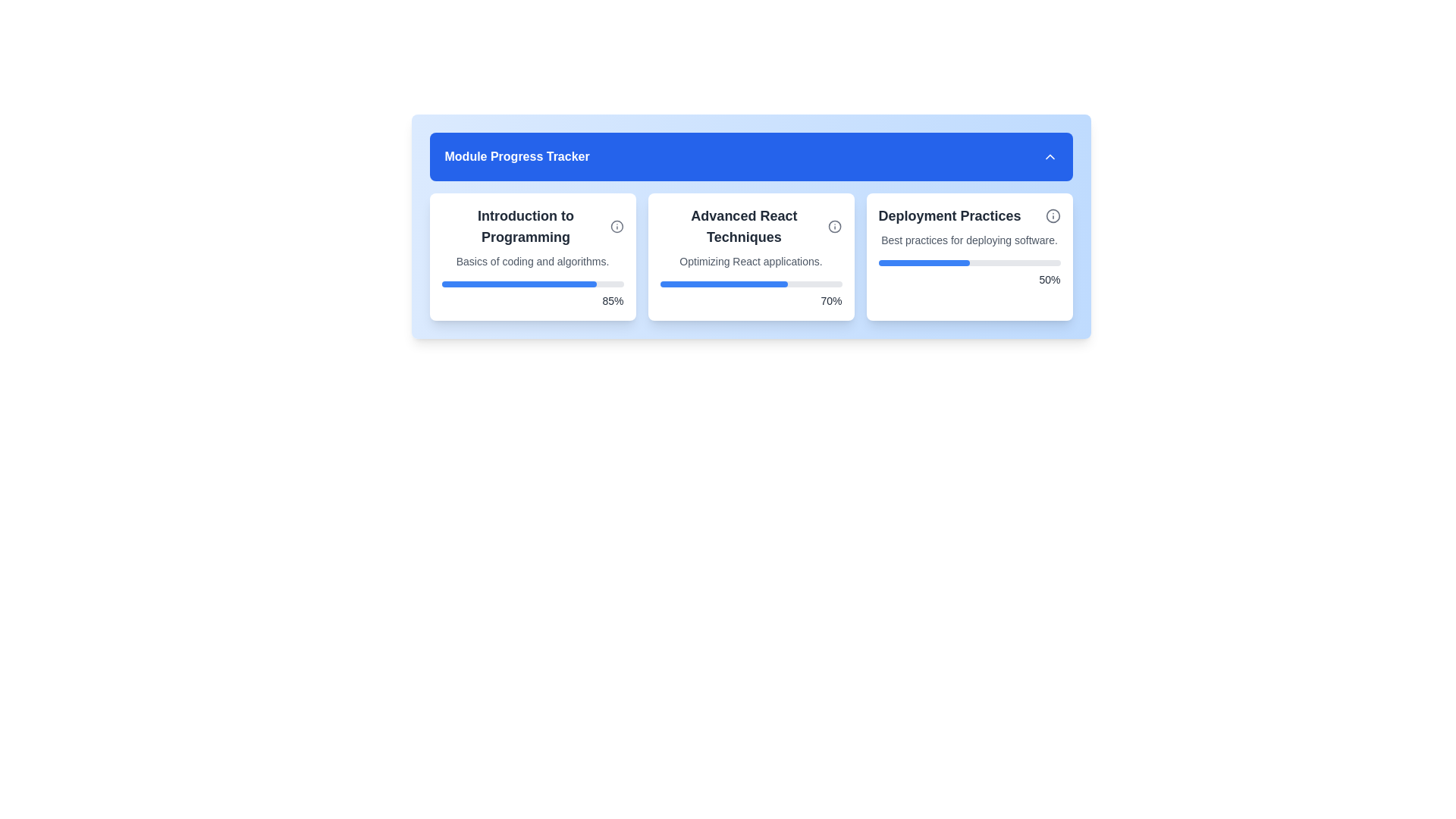  Describe the element at coordinates (519, 284) in the screenshot. I see `the progress bar indicating the completion percentage of the 'Introduction to Programming' module, located within the 'Module Progress Tracker' section` at that location.